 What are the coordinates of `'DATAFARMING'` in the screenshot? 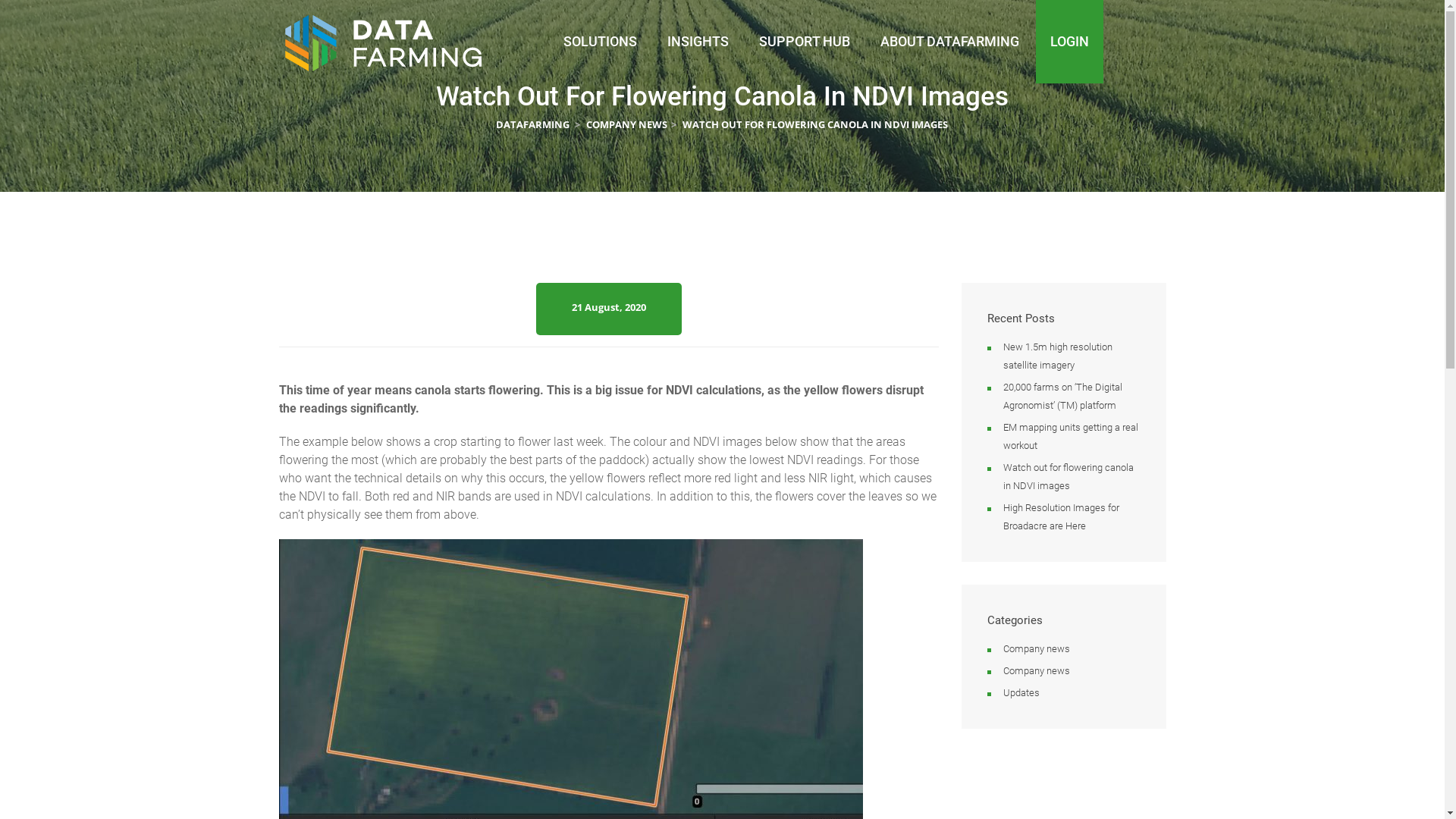 It's located at (495, 124).